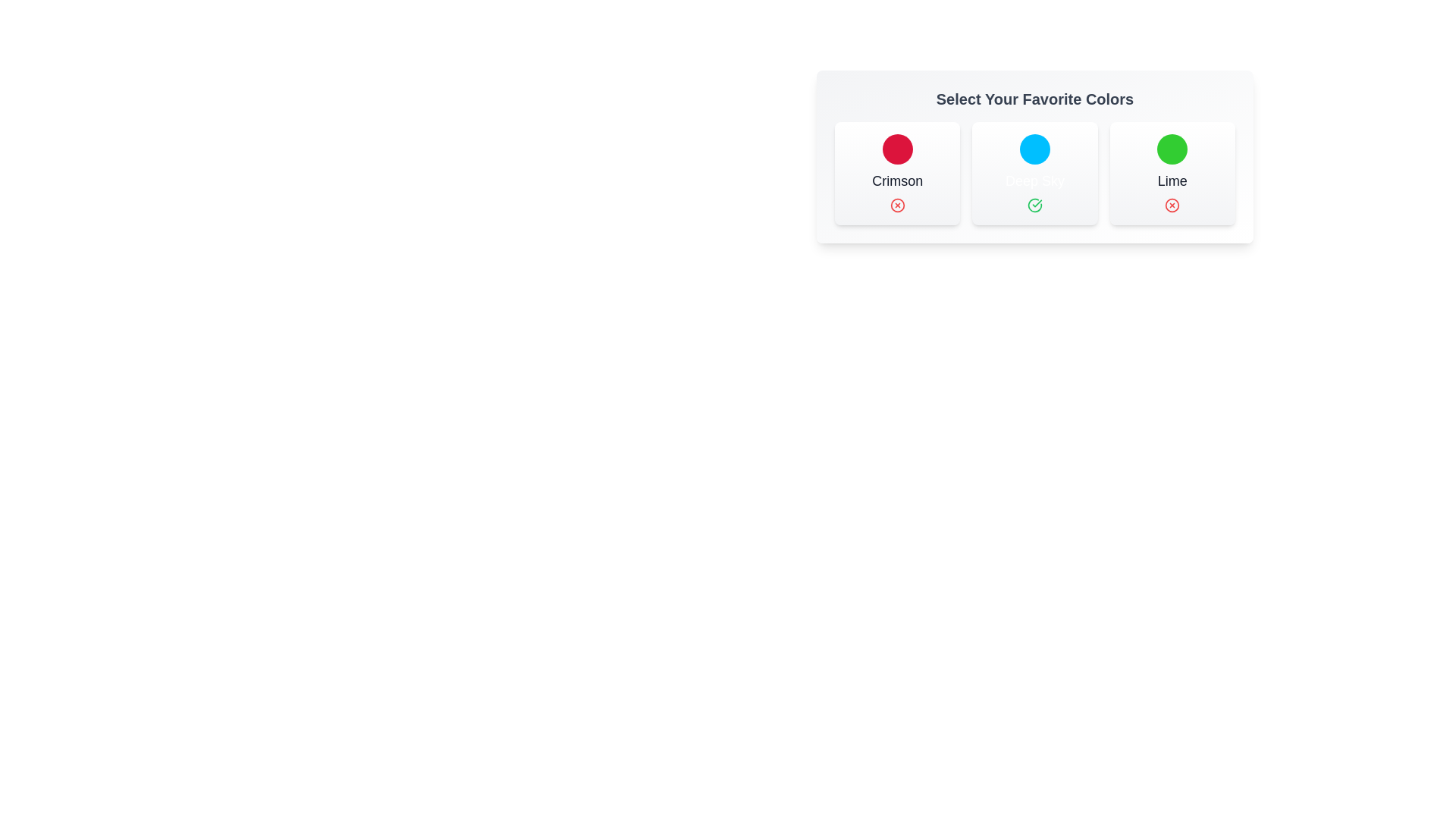  Describe the element at coordinates (1033, 172) in the screenshot. I see `the chip corresponding to Deep Sky` at that location.